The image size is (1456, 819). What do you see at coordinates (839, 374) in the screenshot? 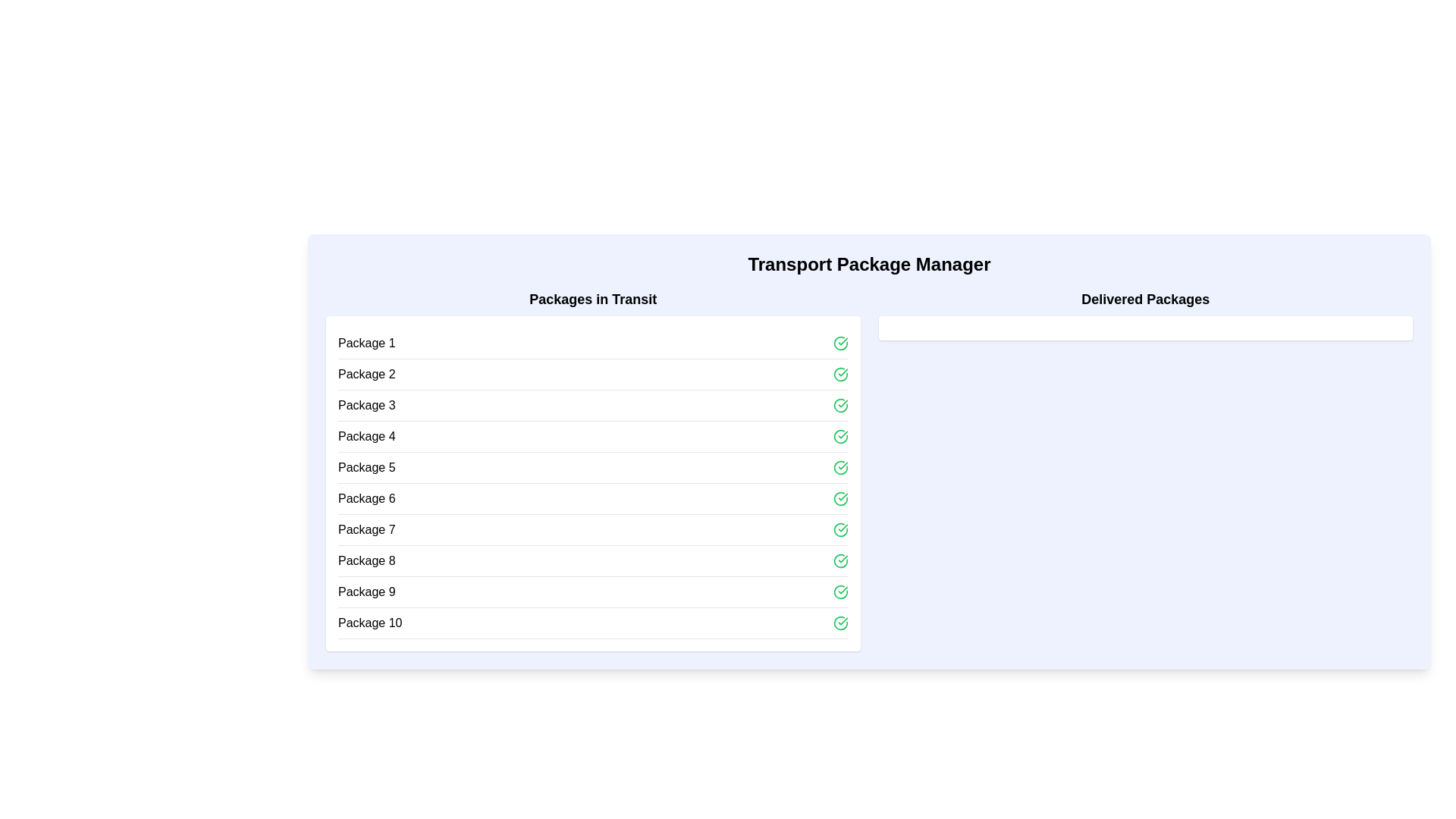
I see `the Interactive icon in the second row of the 'Packages in Transit' section to interact or toggle its state` at bounding box center [839, 374].